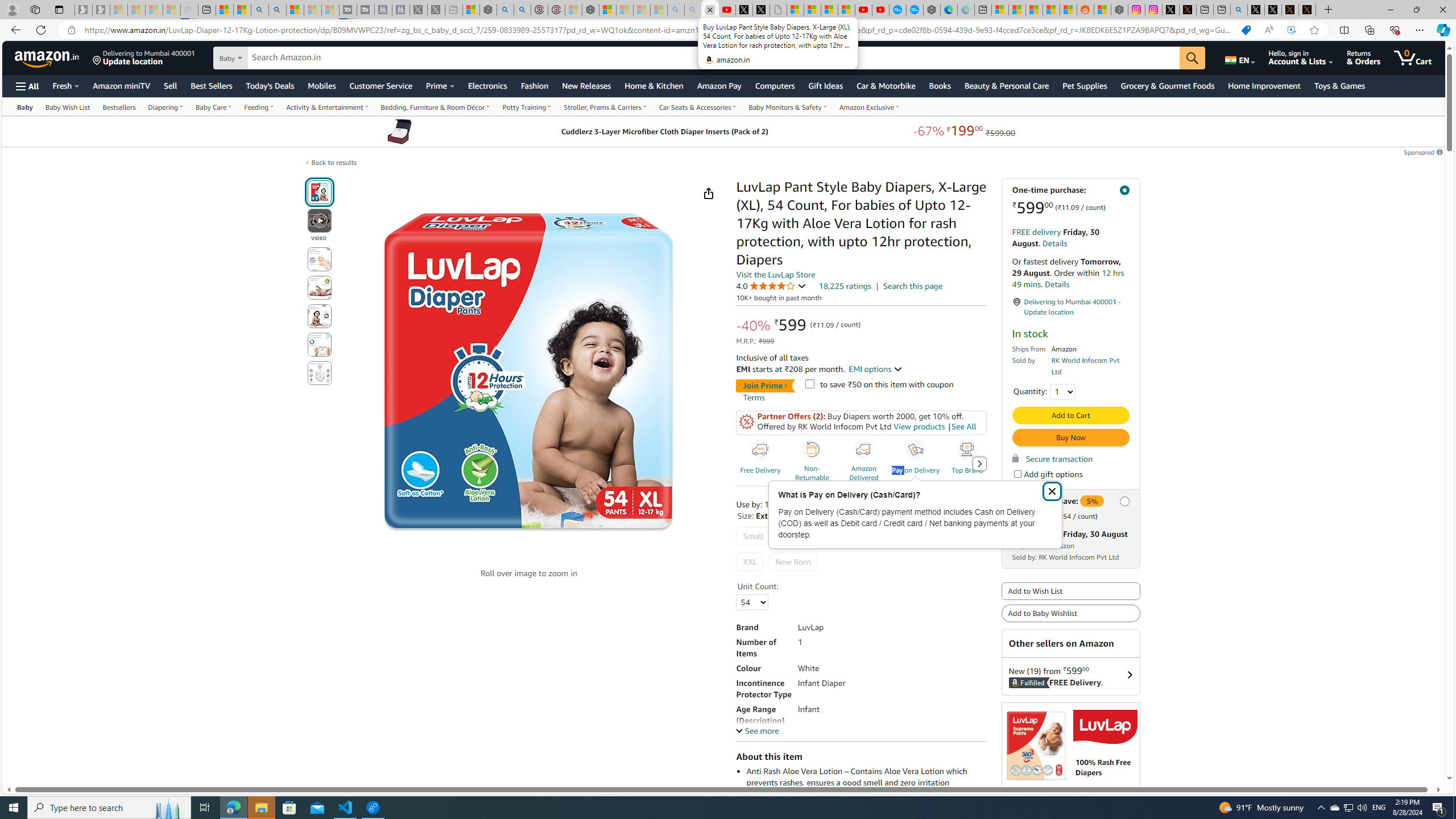 This screenshot has width=1456, height=819. Describe the element at coordinates (1256, 9) in the screenshot. I see `'Profile / X'` at that location.